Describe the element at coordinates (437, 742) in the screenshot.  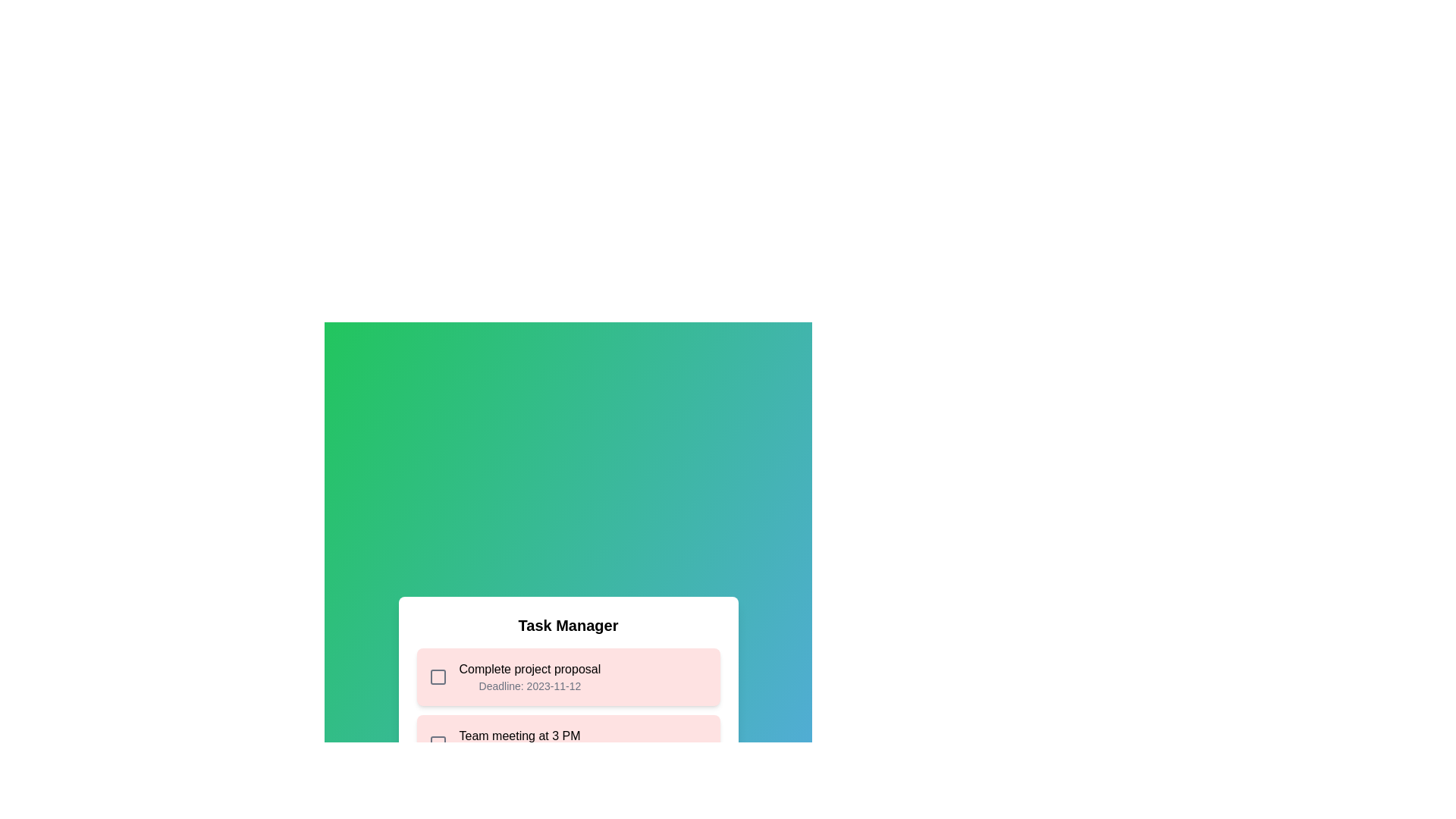
I see `the checkbox for the task 'Team meeting at 3 PM Deadline: 2023-11-13' to get focus` at that location.